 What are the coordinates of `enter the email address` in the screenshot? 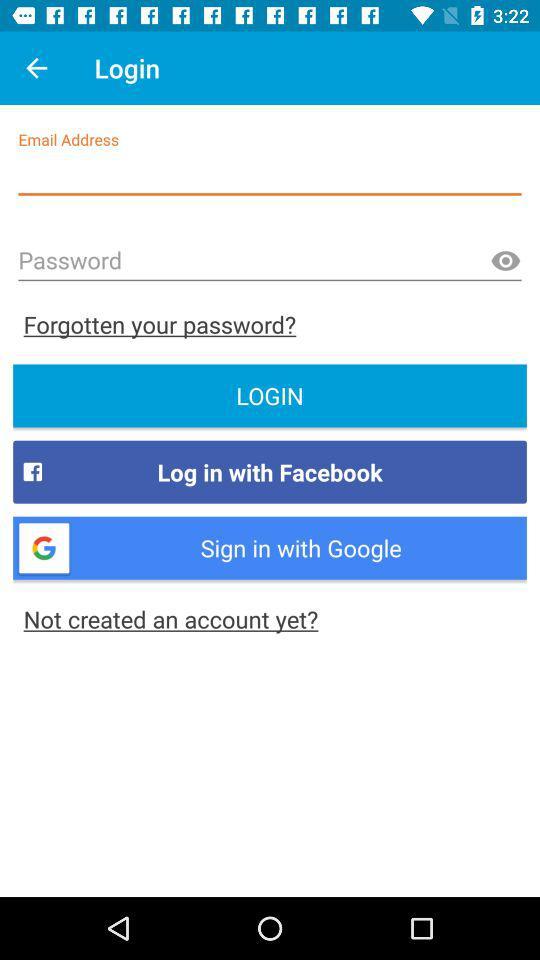 It's located at (270, 174).